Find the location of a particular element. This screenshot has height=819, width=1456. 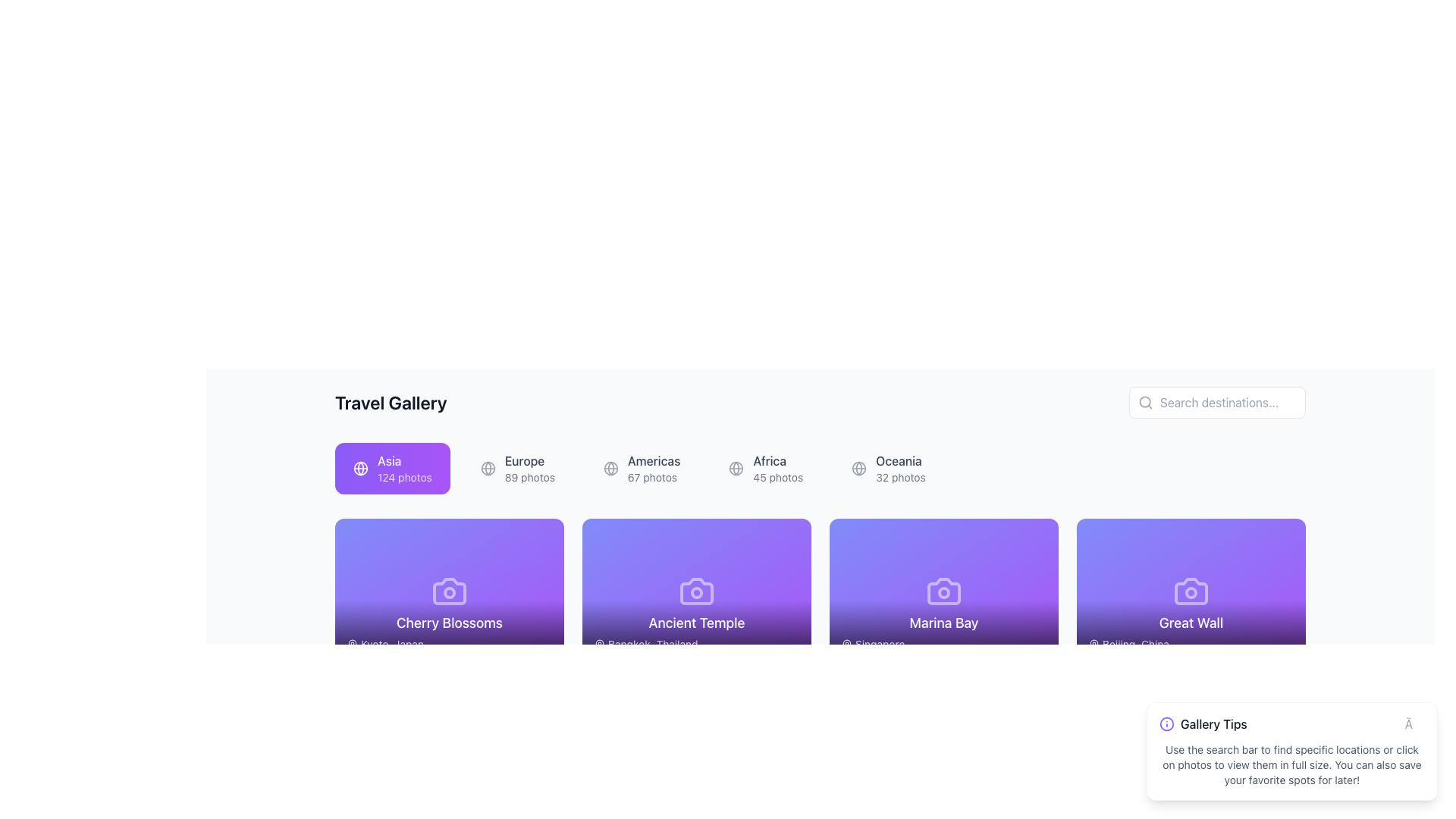

the selectable list item labeled 'Americas' which displays '67 photos' underneath is located at coordinates (654, 467).